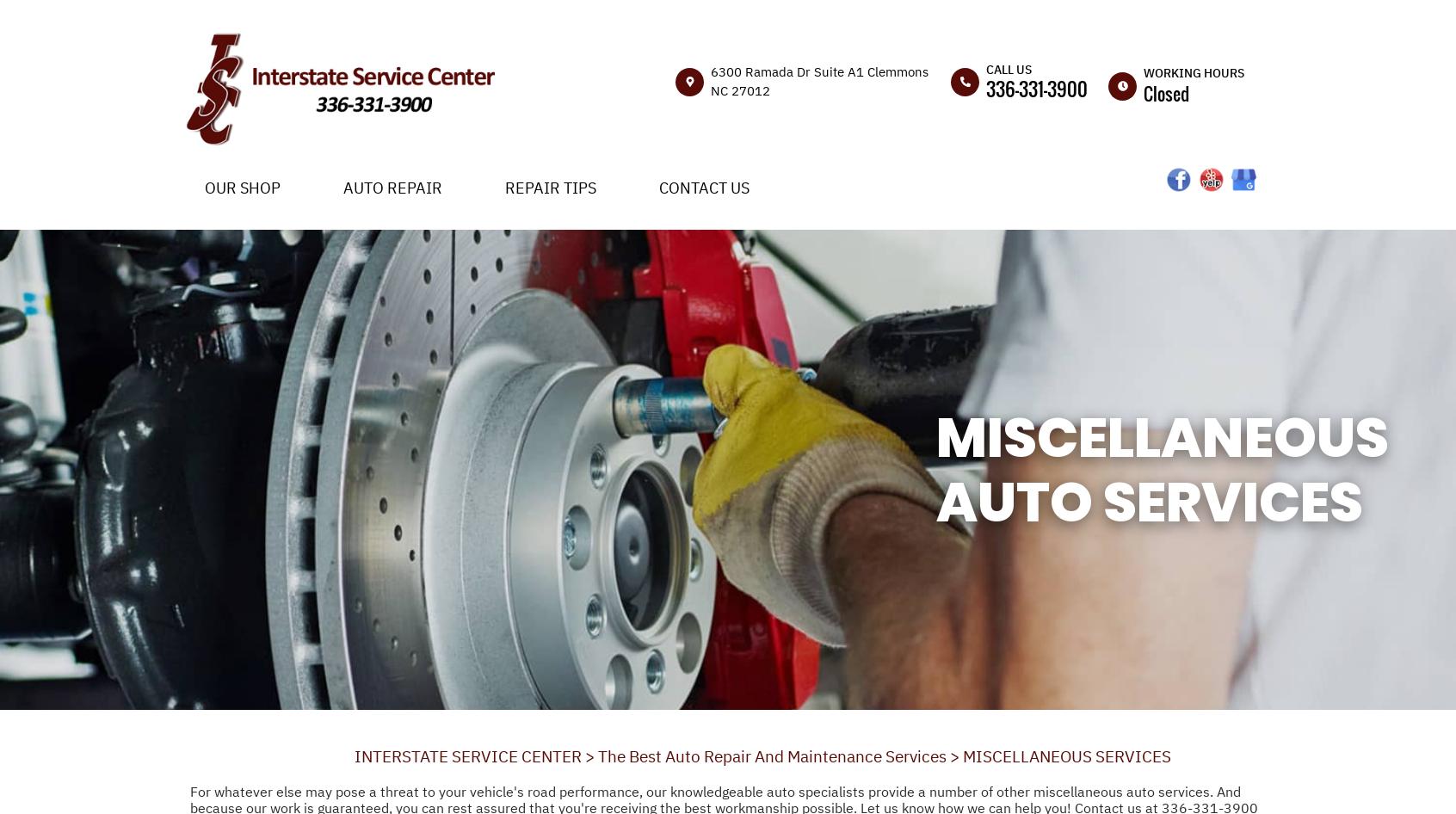 This screenshot has height=814, width=1456. I want to click on 'Sun', so click(1131, 391).